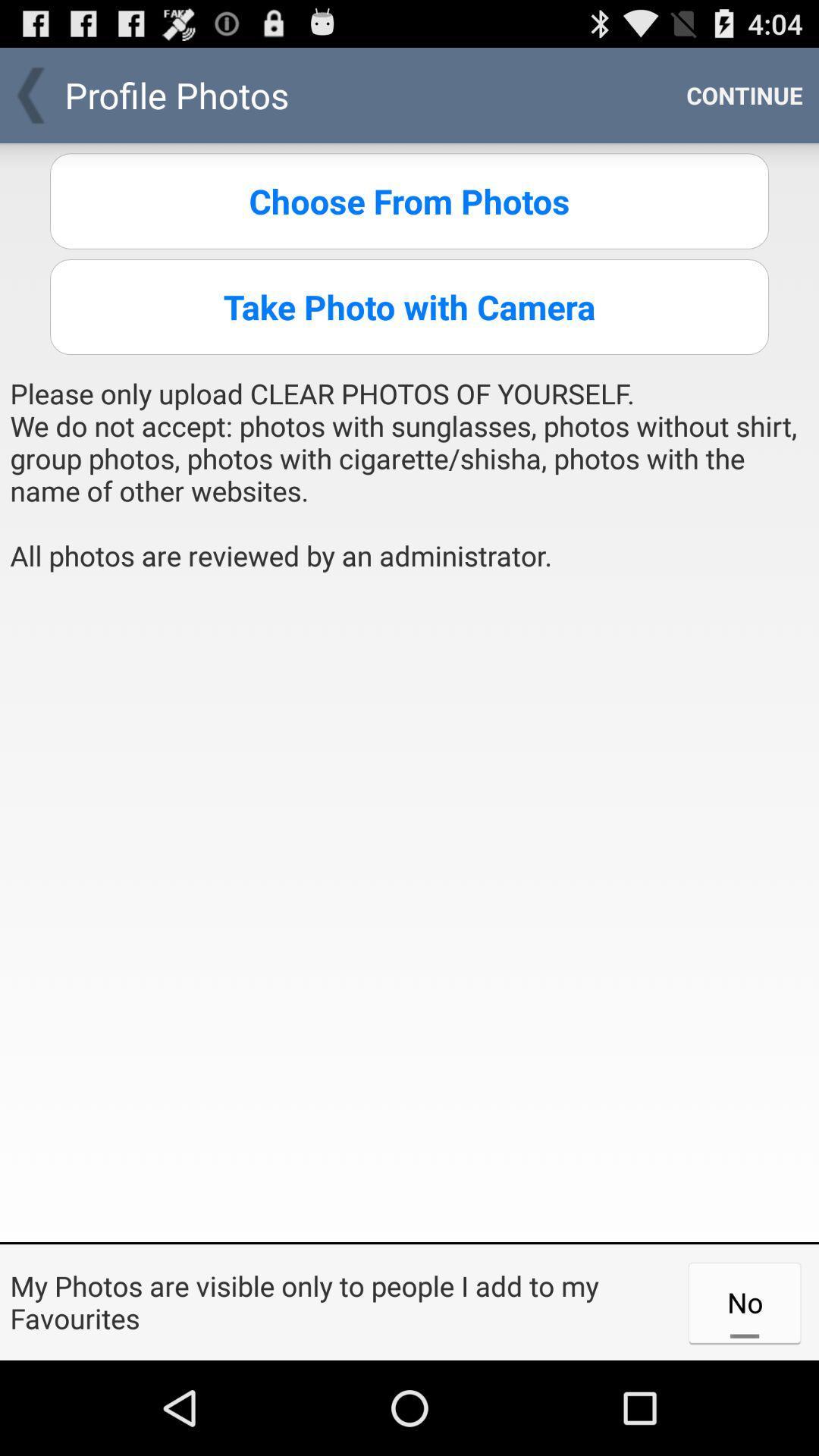  What do you see at coordinates (409, 200) in the screenshot?
I see `the choose from photos button` at bounding box center [409, 200].